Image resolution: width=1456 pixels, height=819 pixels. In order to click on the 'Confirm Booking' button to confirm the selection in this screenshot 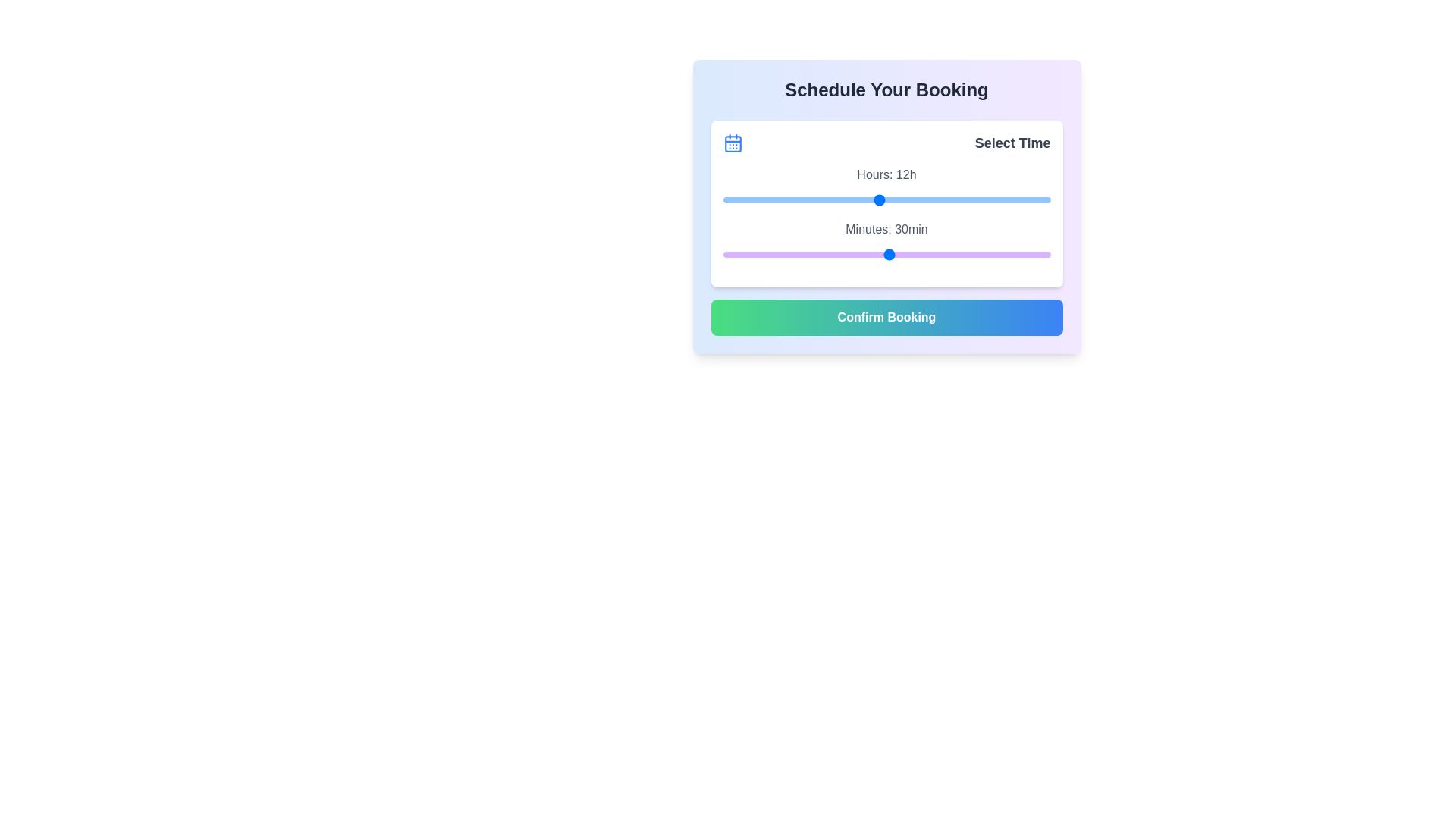, I will do `click(886, 317)`.